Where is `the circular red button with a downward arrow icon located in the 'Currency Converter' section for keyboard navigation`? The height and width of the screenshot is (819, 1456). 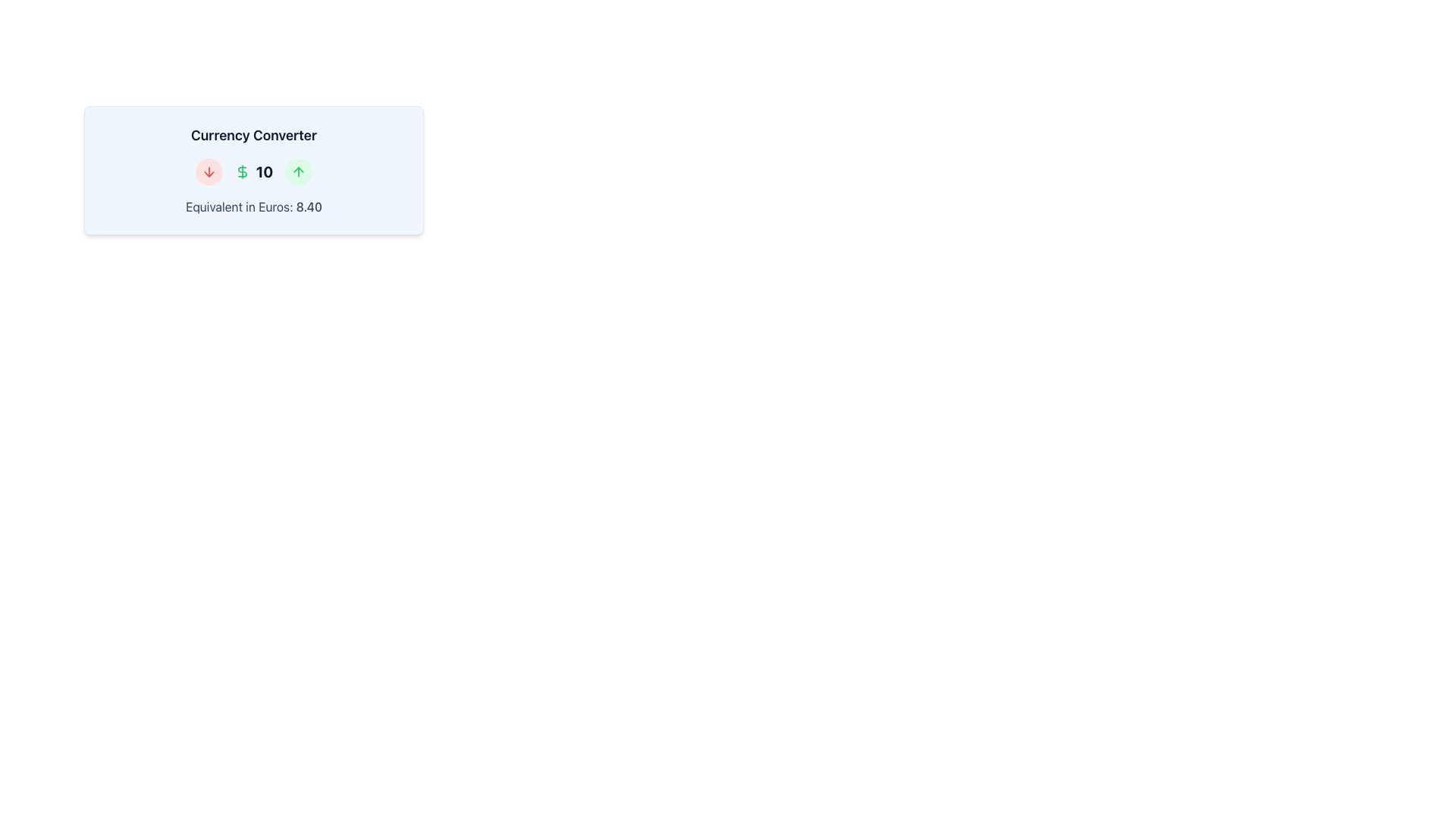
the circular red button with a downward arrow icon located in the 'Currency Converter' section for keyboard navigation is located at coordinates (208, 171).